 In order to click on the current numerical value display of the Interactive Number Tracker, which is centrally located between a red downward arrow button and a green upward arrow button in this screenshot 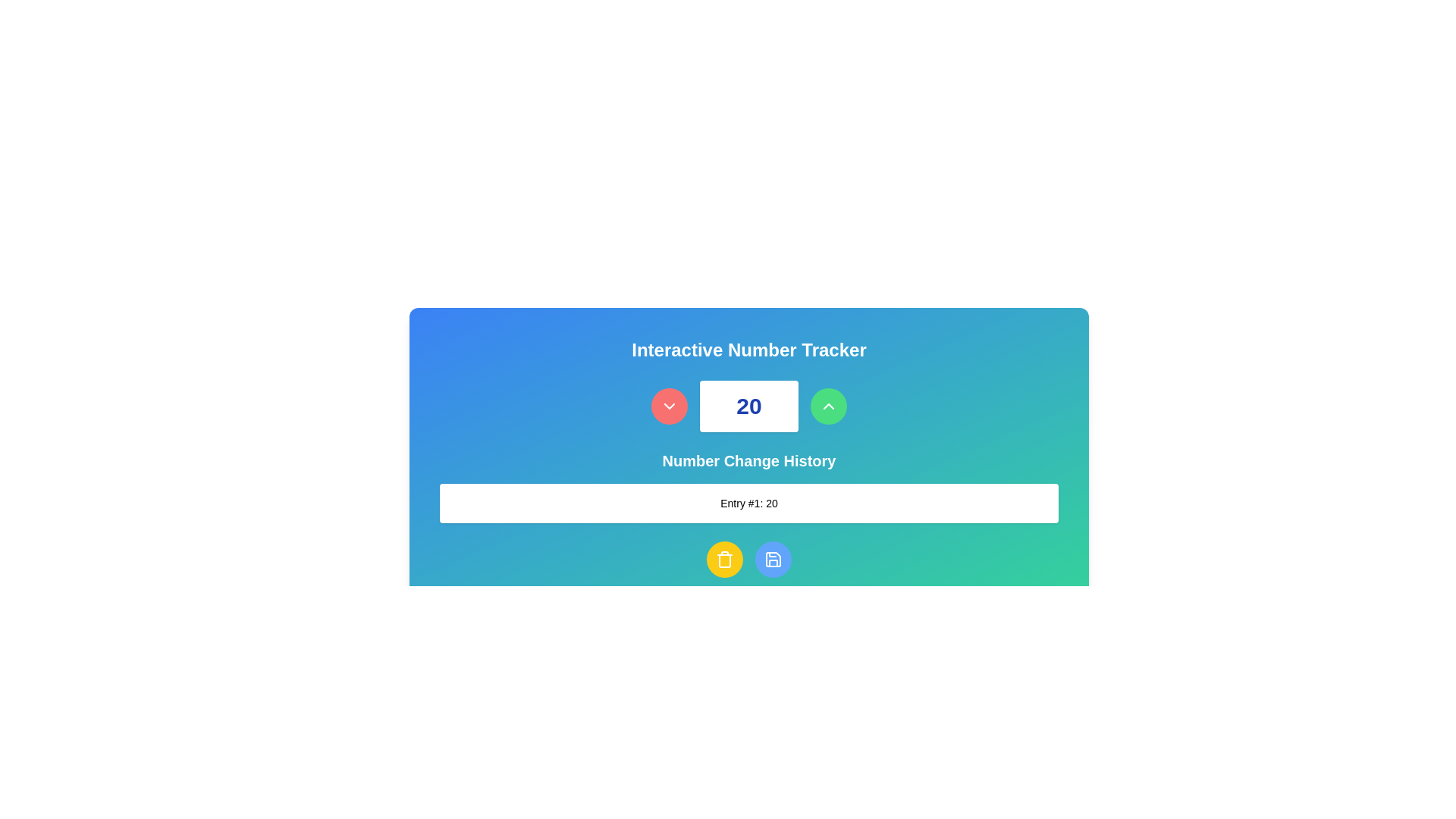, I will do `click(749, 406)`.